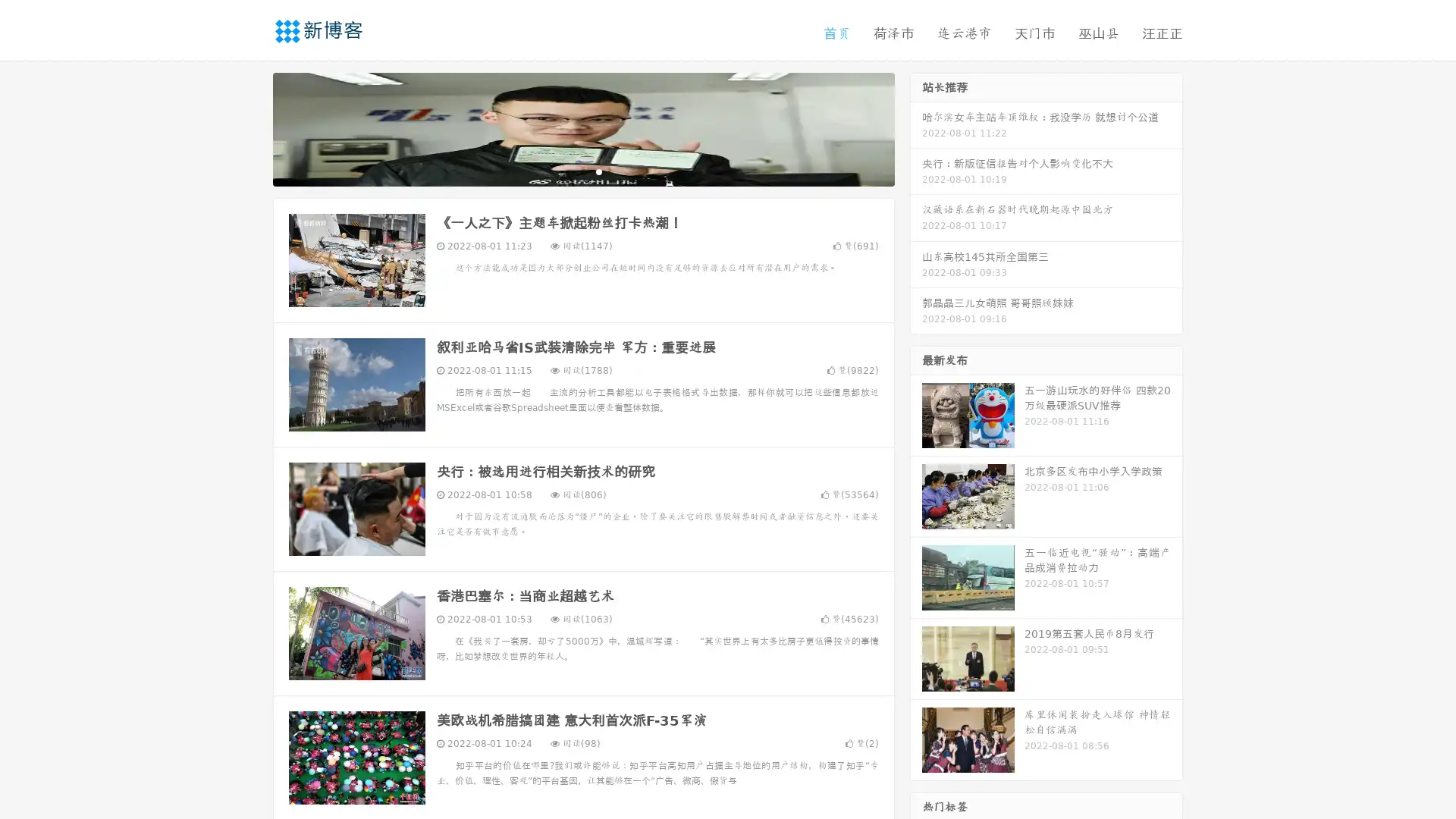  What do you see at coordinates (598, 171) in the screenshot?
I see `Go to slide 3` at bounding box center [598, 171].